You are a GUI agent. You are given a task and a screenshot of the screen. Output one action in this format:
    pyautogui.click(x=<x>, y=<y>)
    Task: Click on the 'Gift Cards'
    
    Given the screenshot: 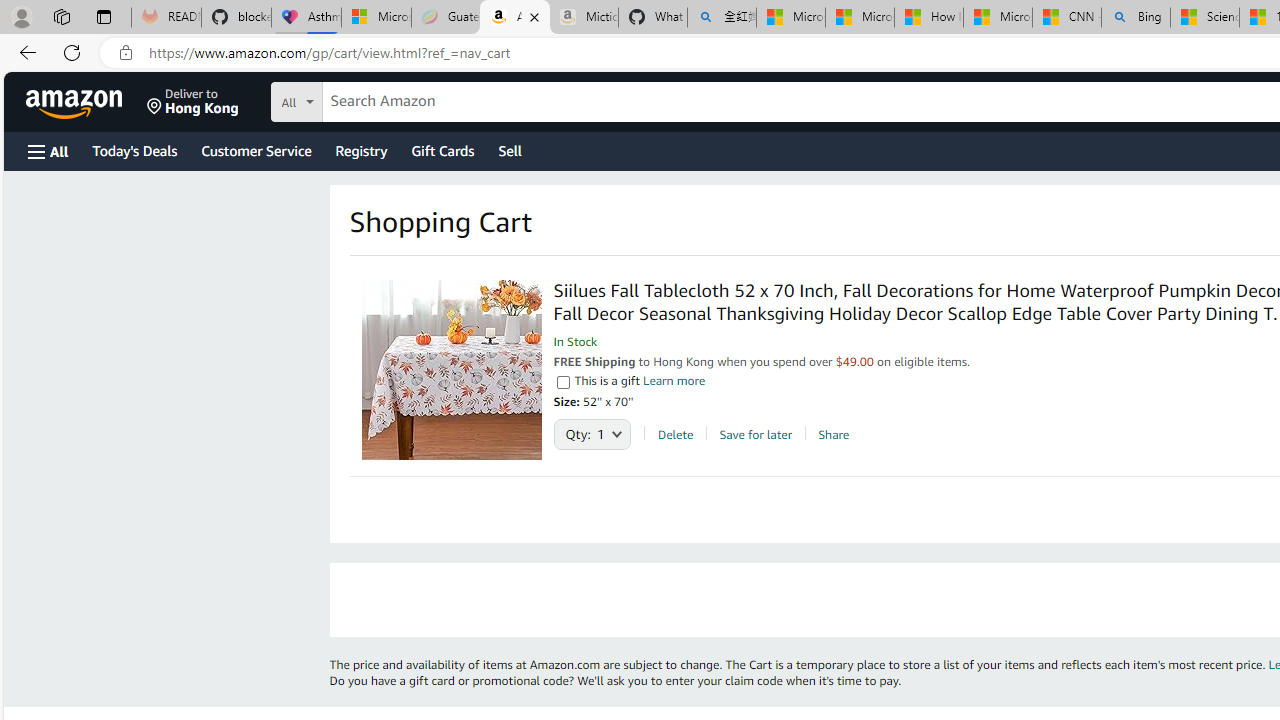 What is the action you would take?
    pyautogui.click(x=441, y=149)
    